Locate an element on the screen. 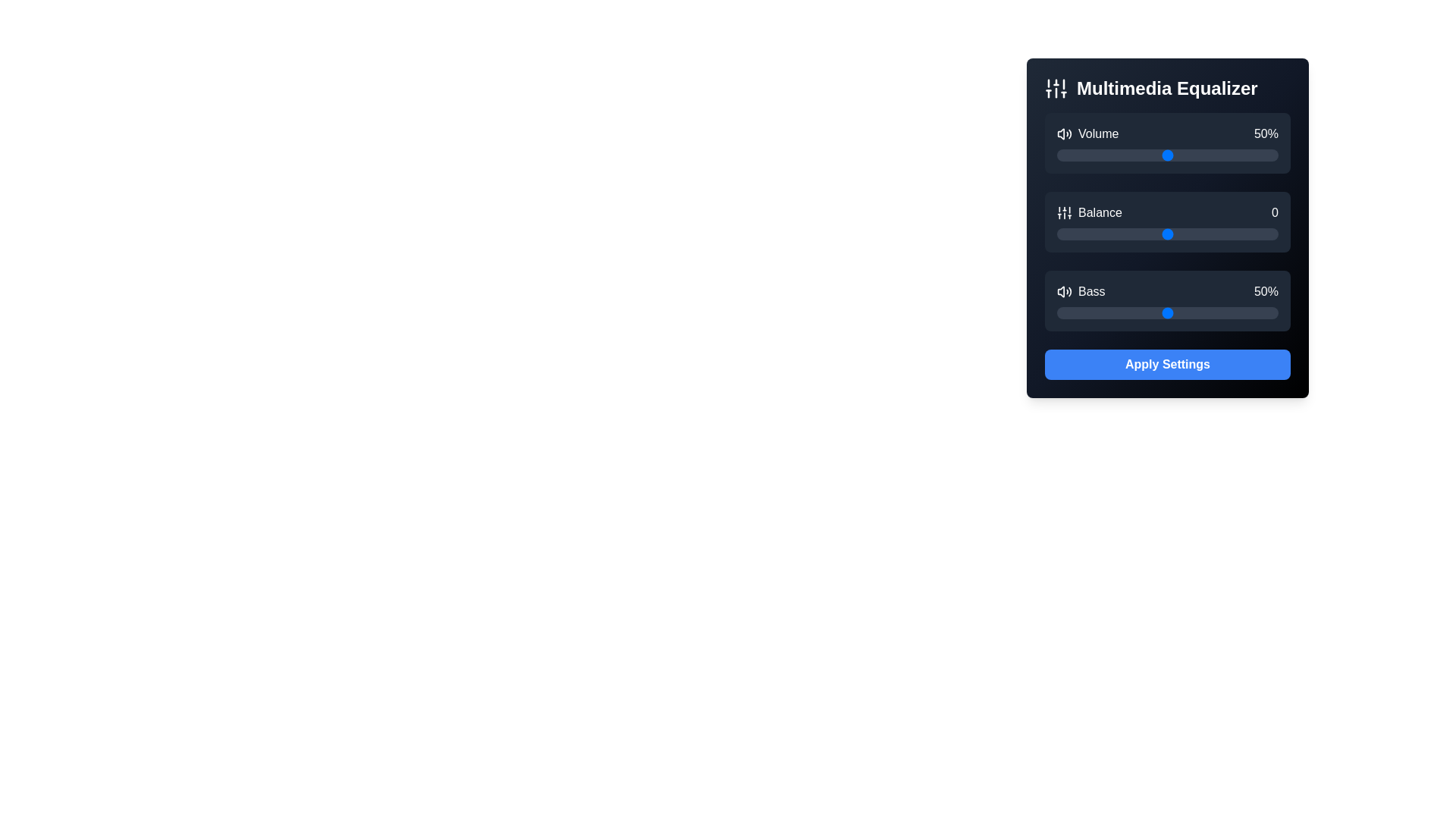 The image size is (1456, 819). the balance is located at coordinates (1143, 234).